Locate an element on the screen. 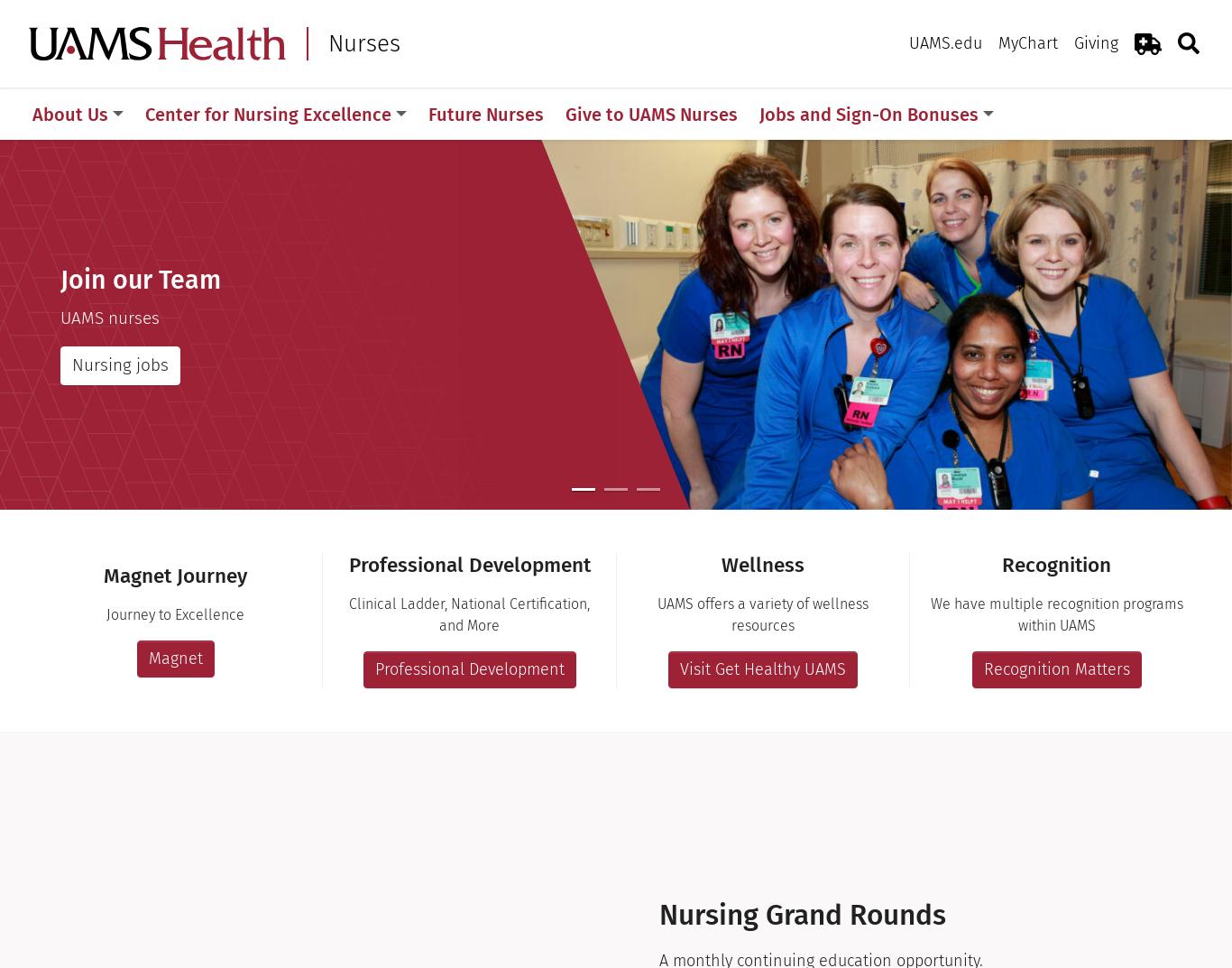  'Recognition' is located at coordinates (1056, 564).